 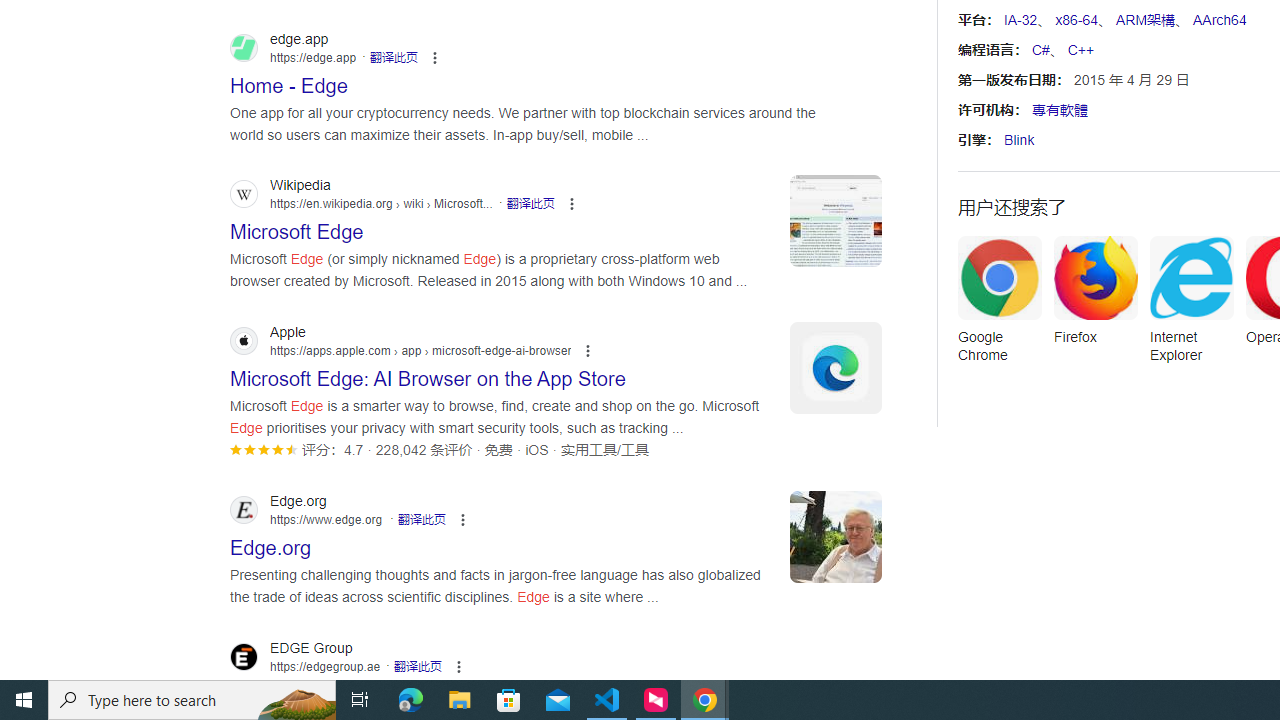 What do you see at coordinates (1019, 139) in the screenshot?
I see `'Blink'` at bounding box center [1019, 139].